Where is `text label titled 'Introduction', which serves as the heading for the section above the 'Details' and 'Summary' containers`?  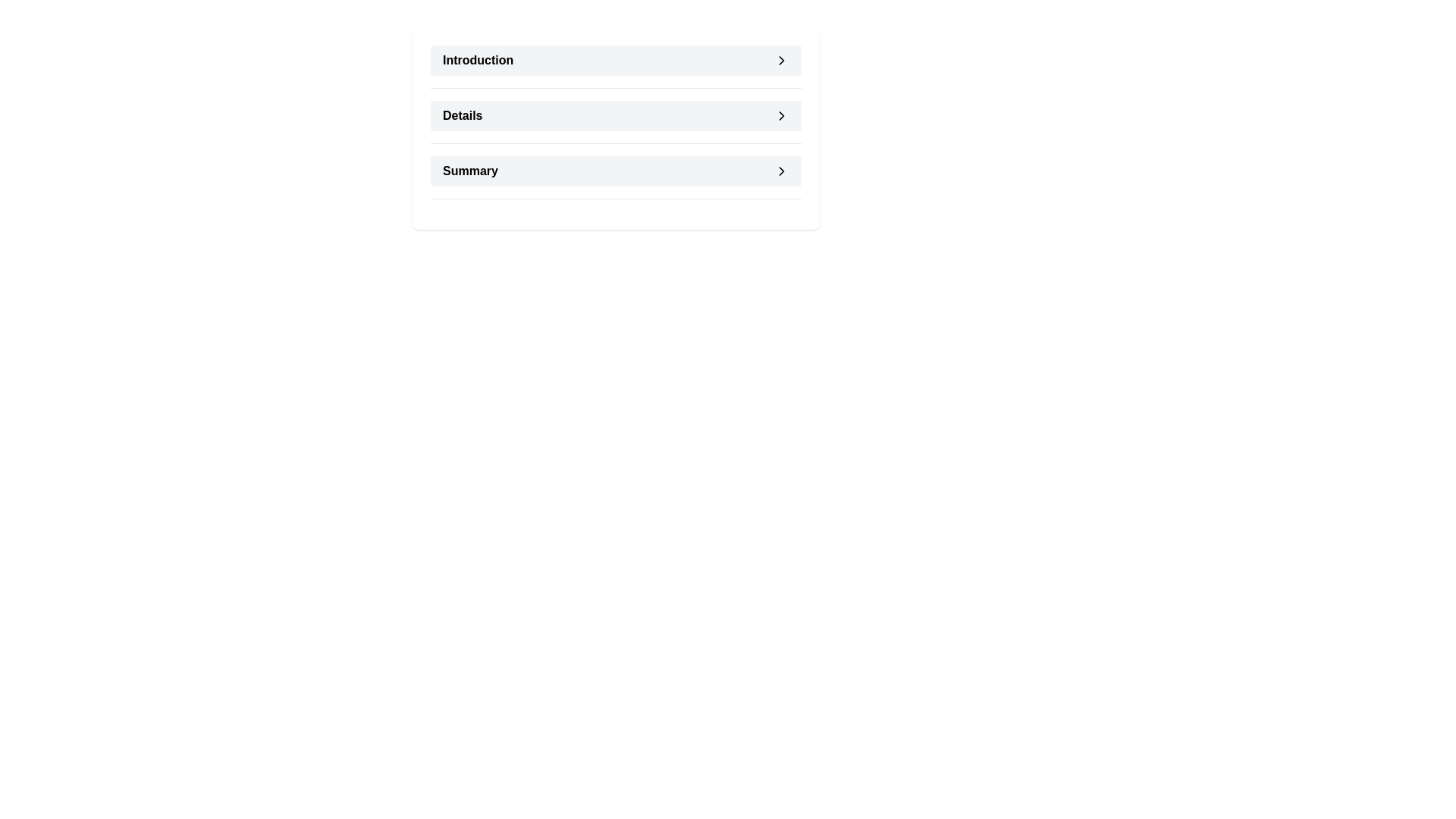 text label titled 'Introduction', which serves as the heading for the section above the 'Details' and 'Summary' containers is located at coordinates (477, 60).